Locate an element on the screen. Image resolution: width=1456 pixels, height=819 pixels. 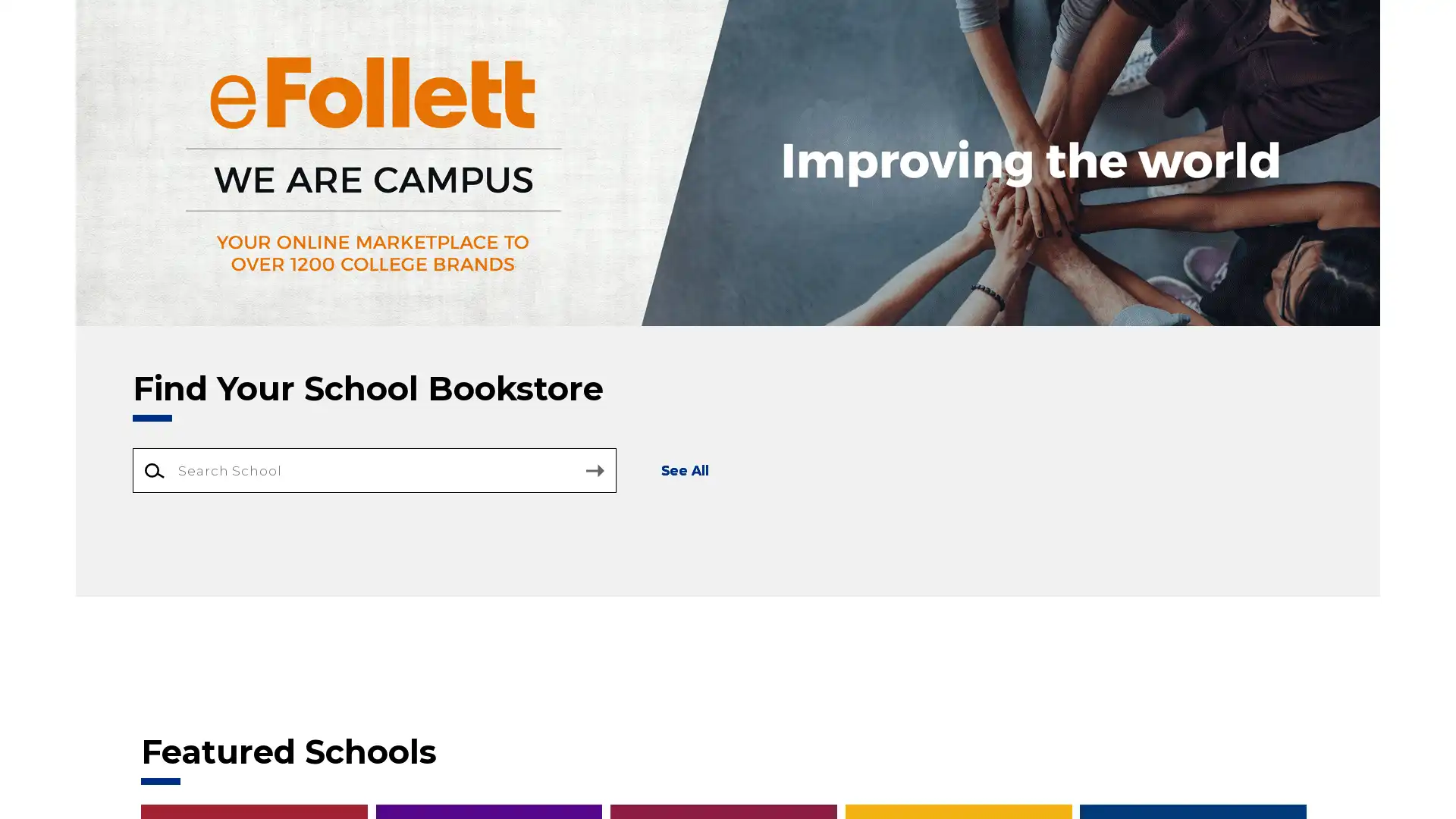
search is located at coordinates (594, 470).